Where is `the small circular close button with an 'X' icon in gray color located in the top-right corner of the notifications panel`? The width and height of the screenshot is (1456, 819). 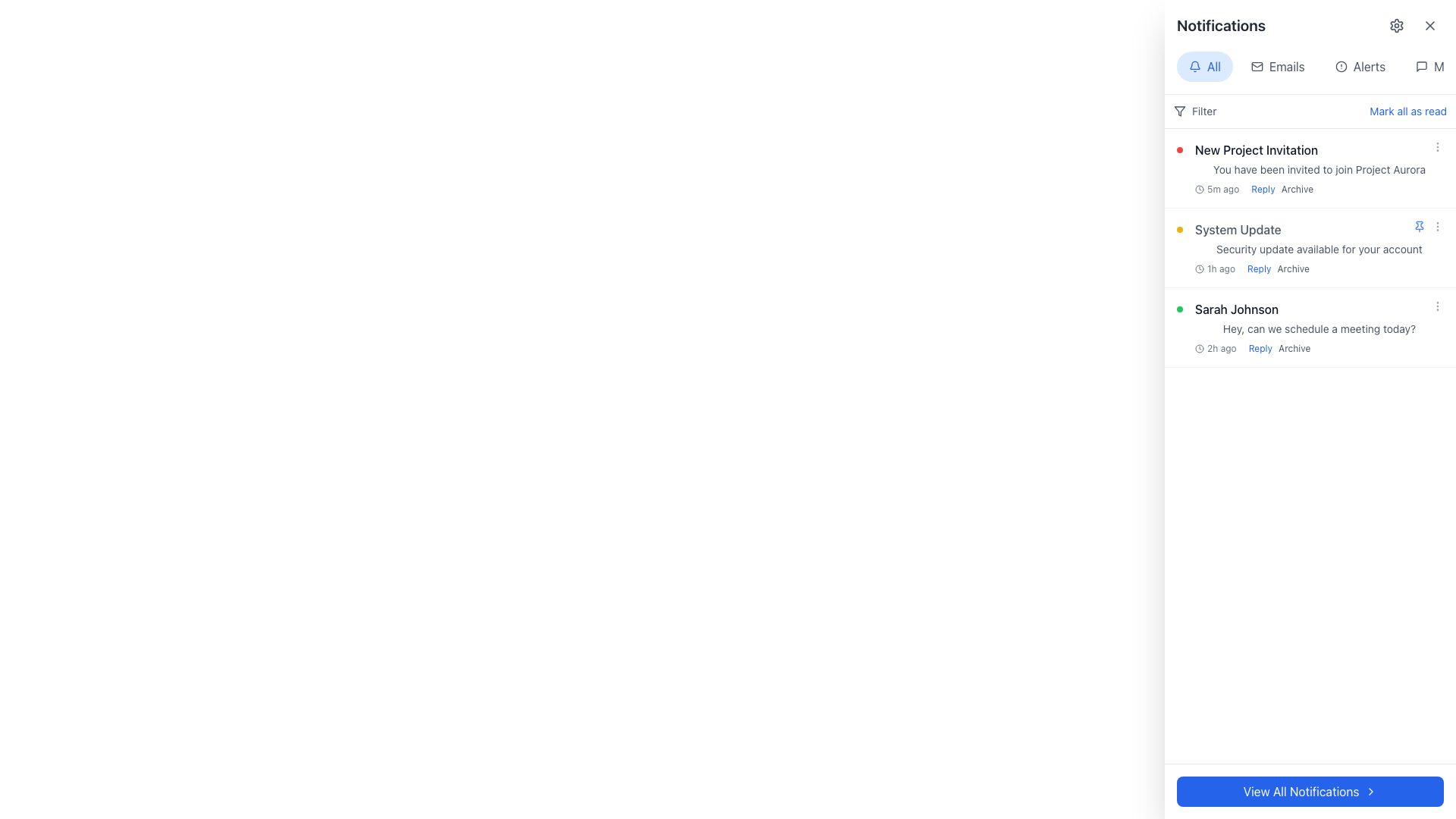 the small circular close button with an 'X' icon in gray color located in the top-right corner of the notifications panel is located at coordinates (1429, 26).